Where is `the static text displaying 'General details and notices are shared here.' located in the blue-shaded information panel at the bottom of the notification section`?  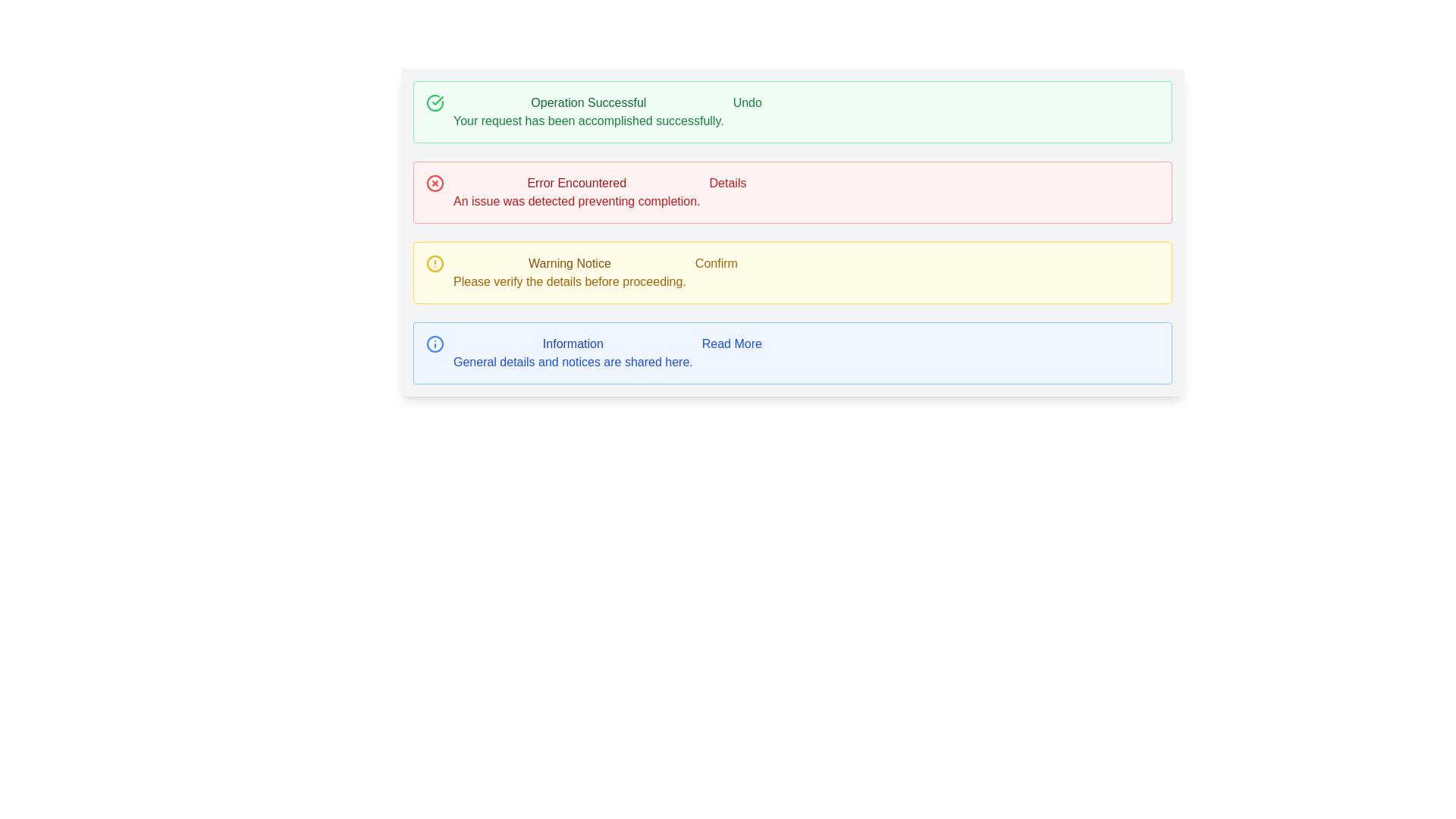
the static text displaying 'General details and notices are shared here.' located in the blue-shaded information panel at the bottom of the notification section is located at coordinates (572, 362).